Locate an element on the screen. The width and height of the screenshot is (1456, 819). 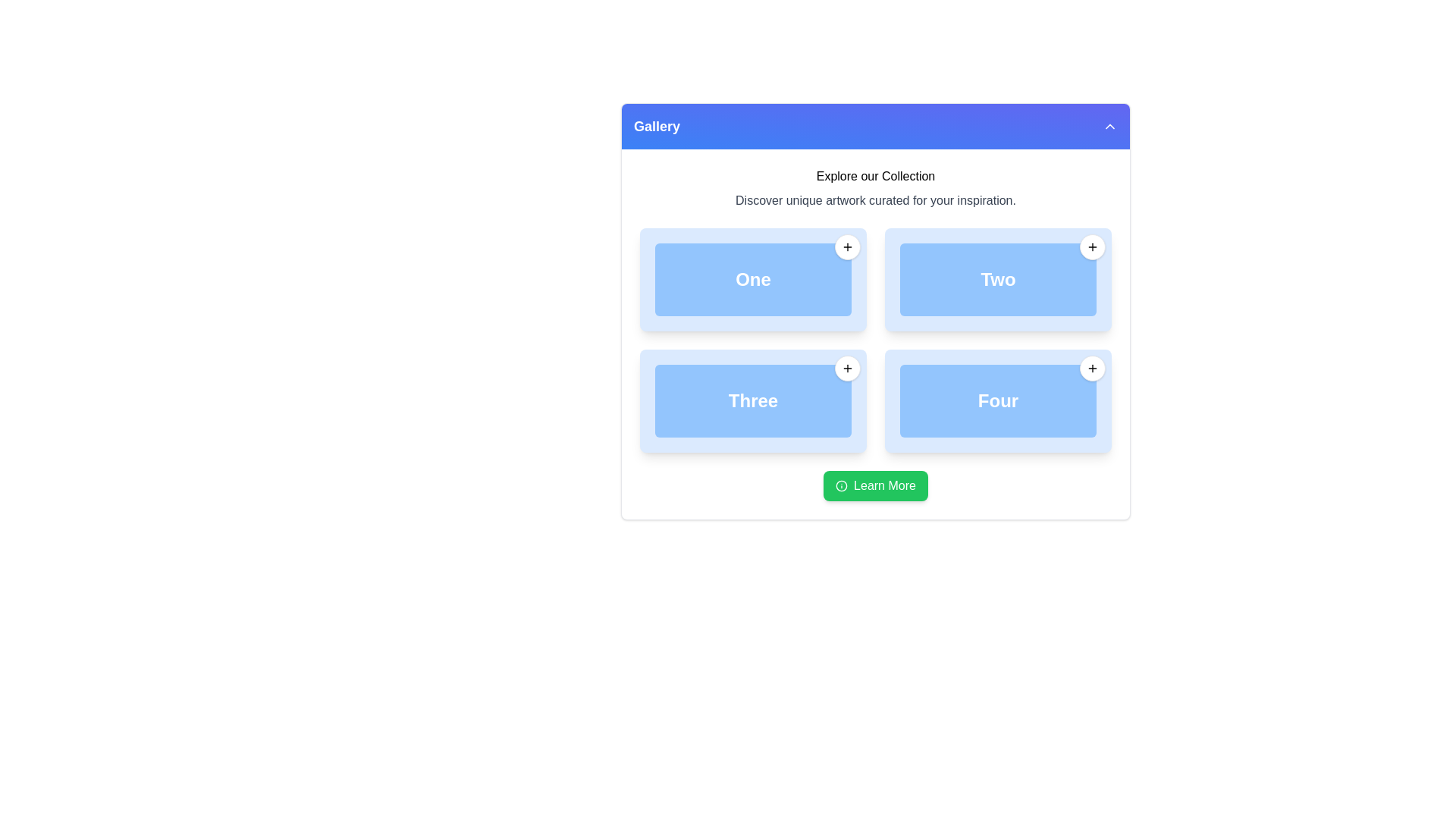
the '+' button located at the top-right corner of the card labeled 'Two' is located at coordinates (1092, 246).